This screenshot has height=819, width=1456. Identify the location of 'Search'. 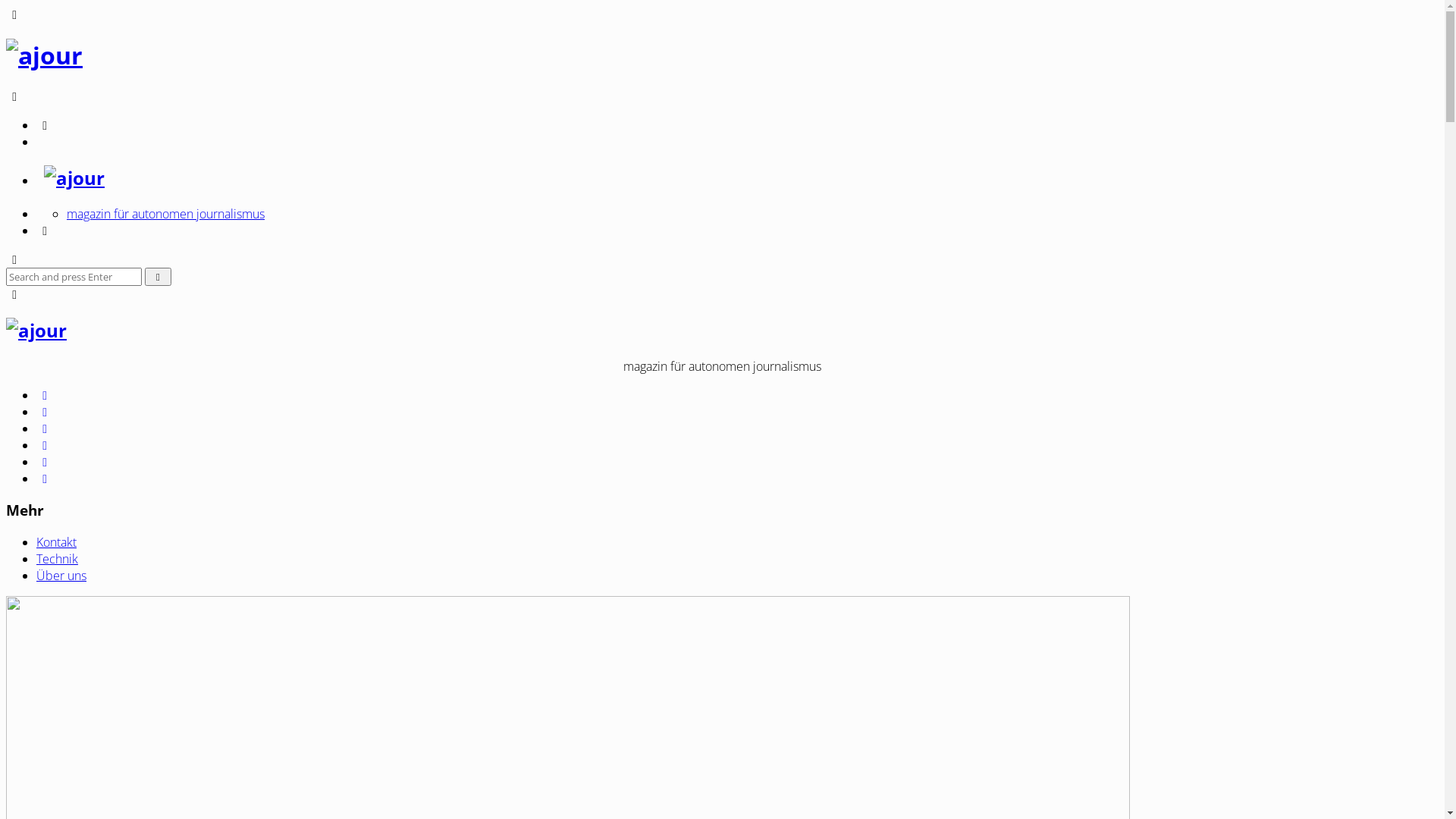
(158, 277).